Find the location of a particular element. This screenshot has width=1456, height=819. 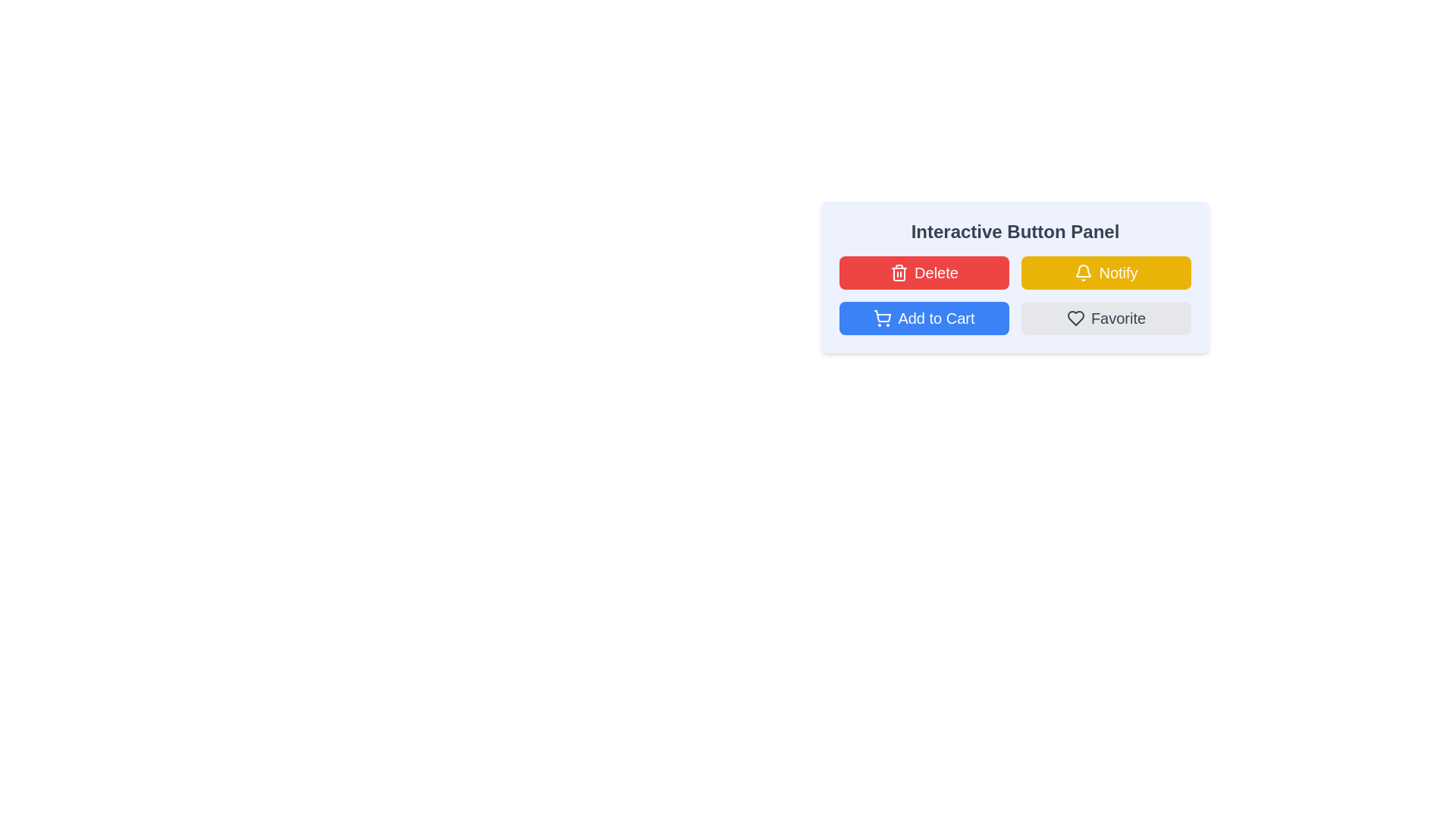

the 'Add to Cart' icon located within the blue button at the bottom left of the button panel is located at coordinates (883, 315).